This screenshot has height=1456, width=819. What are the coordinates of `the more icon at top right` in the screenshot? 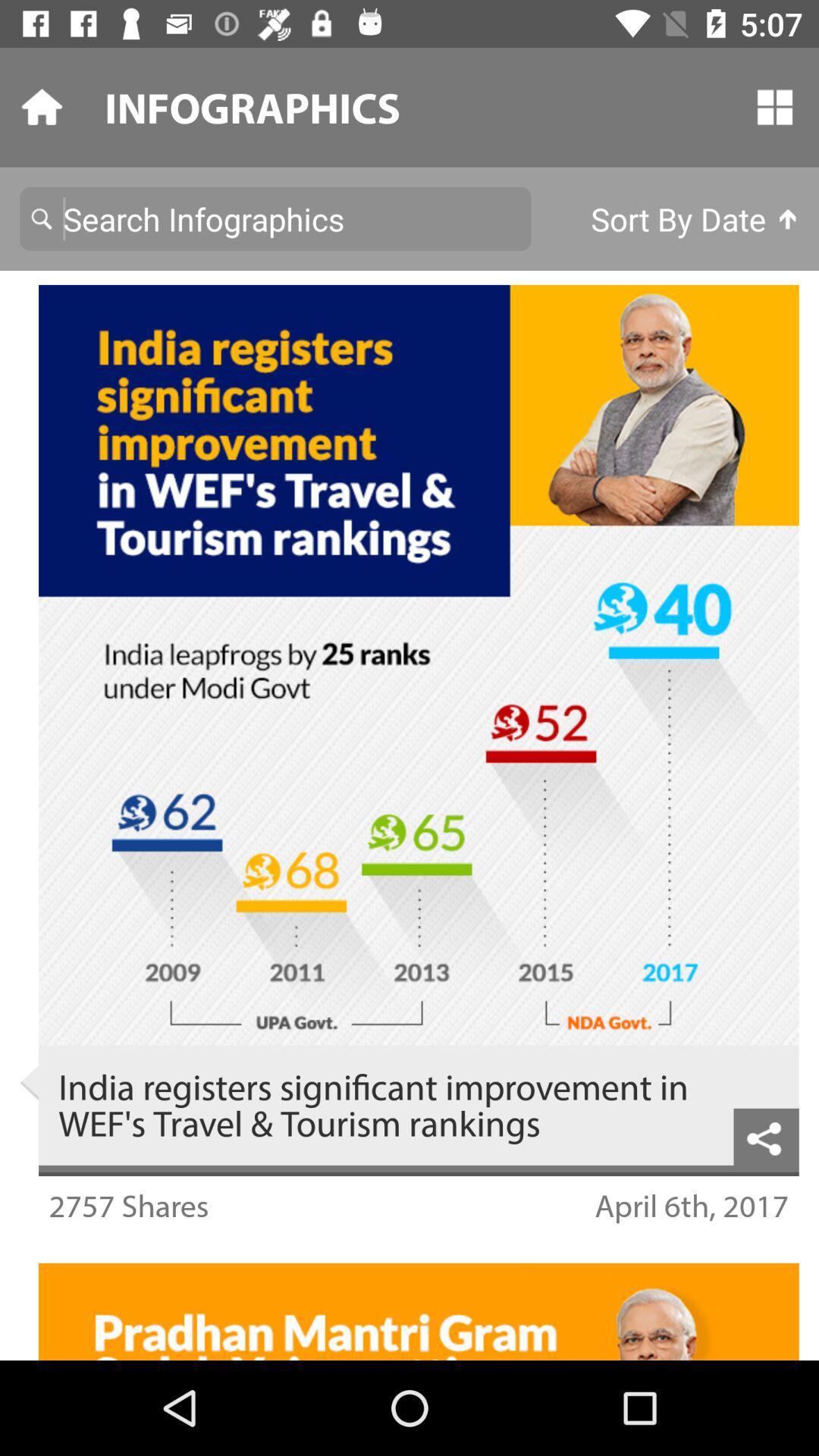 It's located at (775, 106).